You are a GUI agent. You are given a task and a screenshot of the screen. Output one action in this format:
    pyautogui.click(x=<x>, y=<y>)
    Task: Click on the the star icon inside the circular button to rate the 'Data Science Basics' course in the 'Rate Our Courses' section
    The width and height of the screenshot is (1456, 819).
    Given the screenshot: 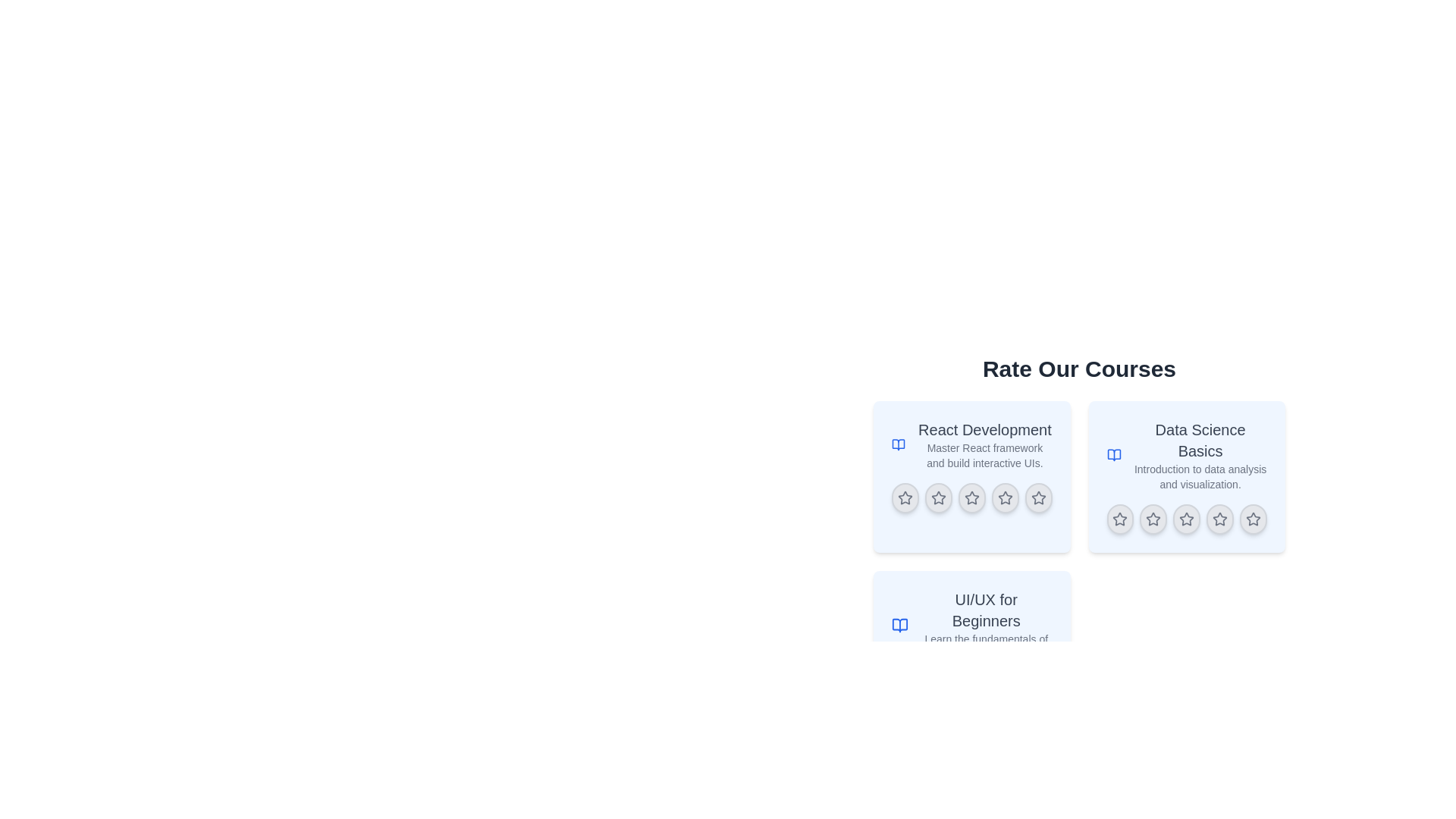 What is the action you would take?
    pyautogui.click(x=1186, y=519)
    